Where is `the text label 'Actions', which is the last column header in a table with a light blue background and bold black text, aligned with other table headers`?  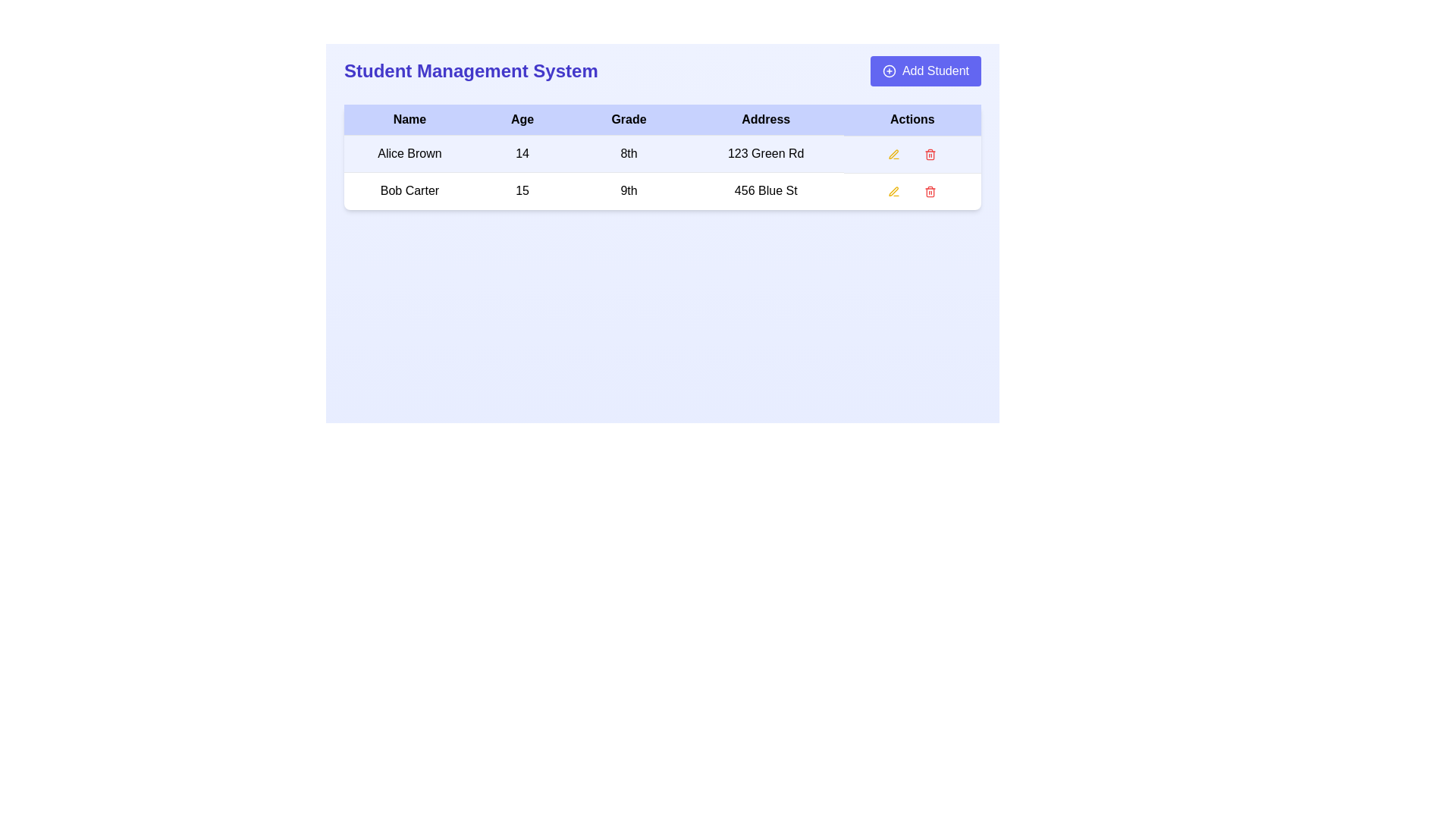 the text label 'Actions', which is the last column header in a table with a light blue background and bold black text, aligned with other table headers is located at coordinates (912, 119).